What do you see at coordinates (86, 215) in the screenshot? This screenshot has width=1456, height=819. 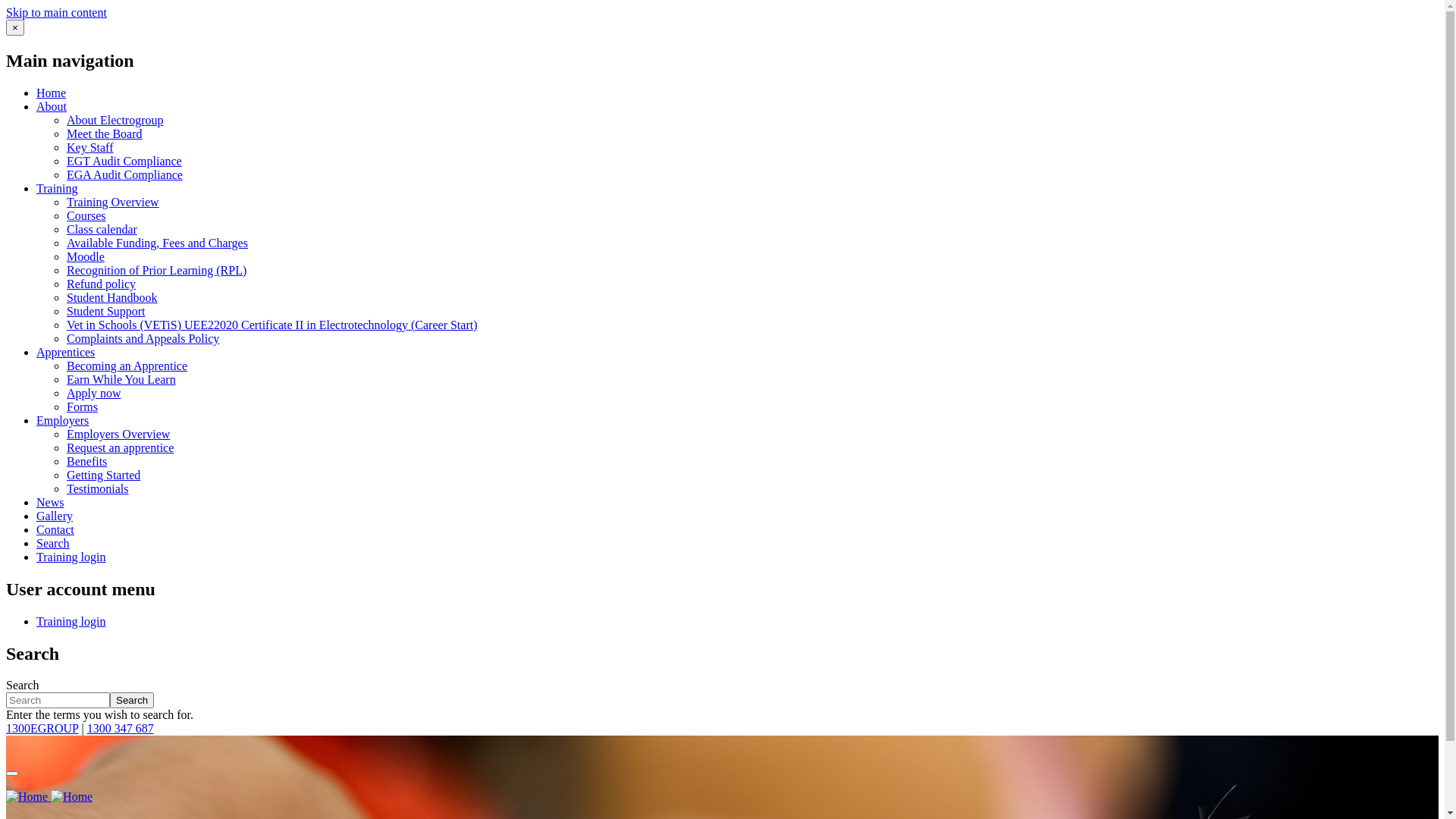 I see `'Courses'` at bounding box center [86, 215].